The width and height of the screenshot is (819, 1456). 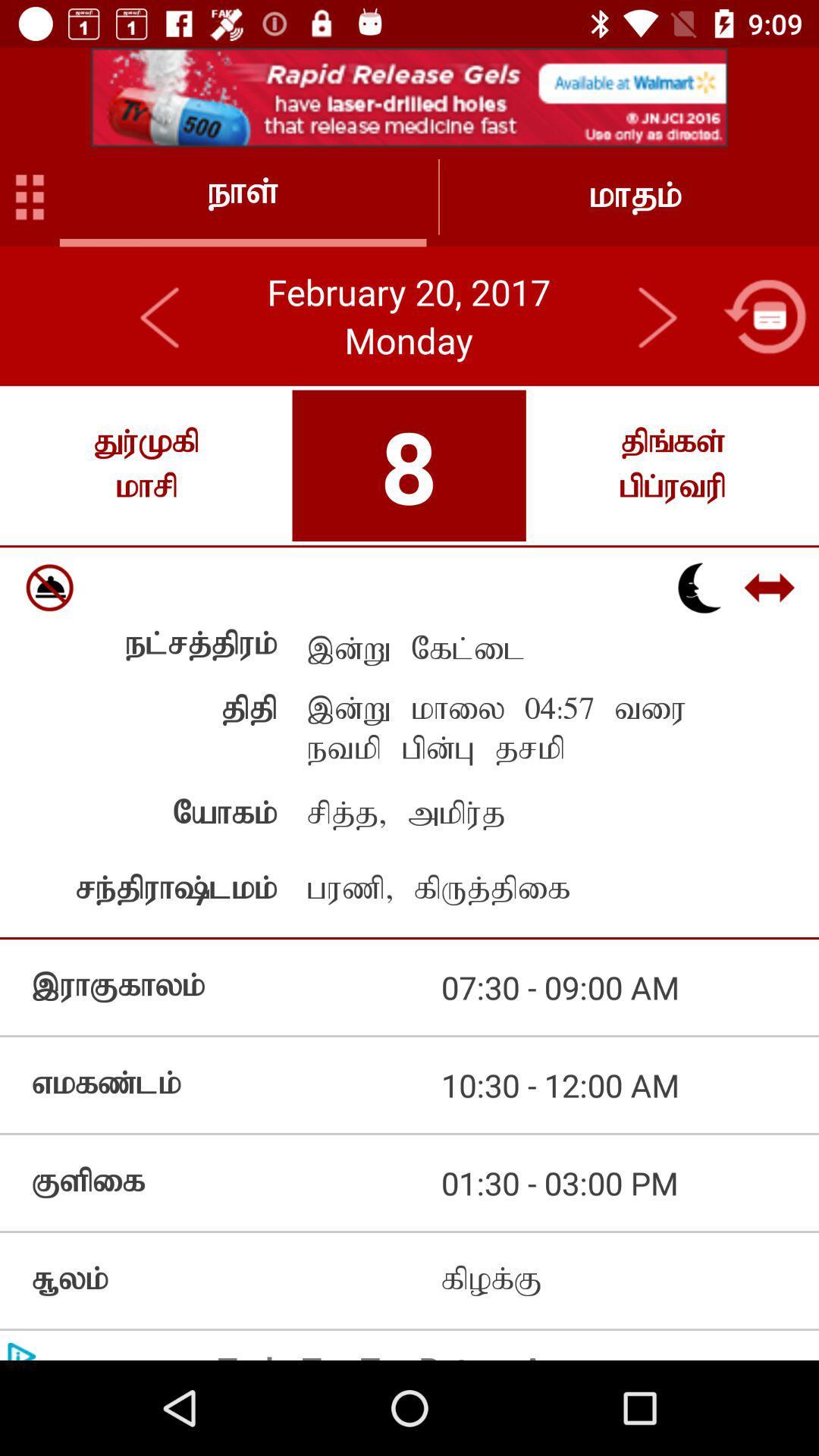 I want to click on open calendar, so click(x=764, y=315).